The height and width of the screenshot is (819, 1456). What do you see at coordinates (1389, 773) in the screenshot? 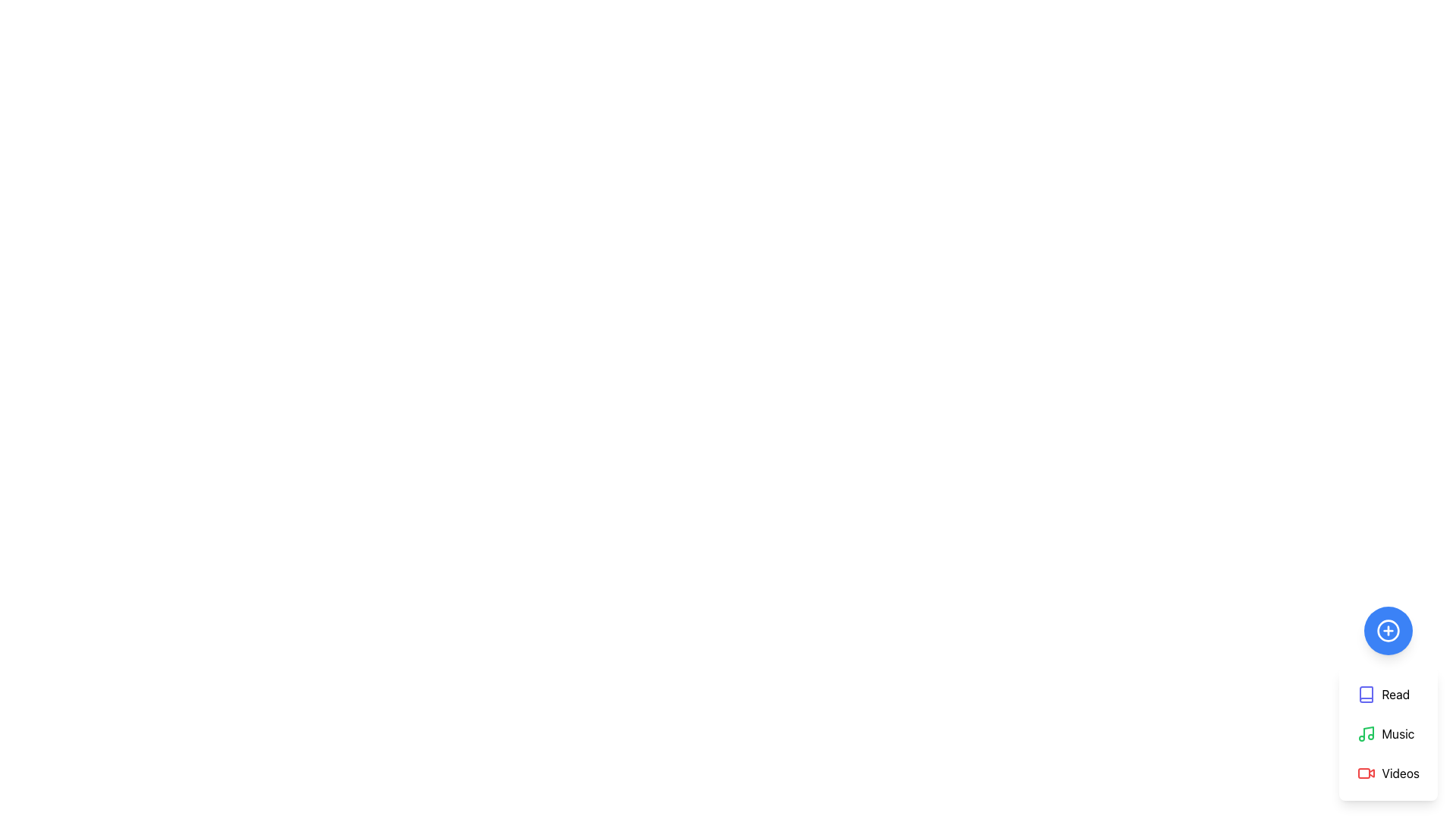
I see `the 'Videos' menu item button, which is the third option in a vertical list of menu items located below the 'Music' item` at bounding box center [1389, 773].